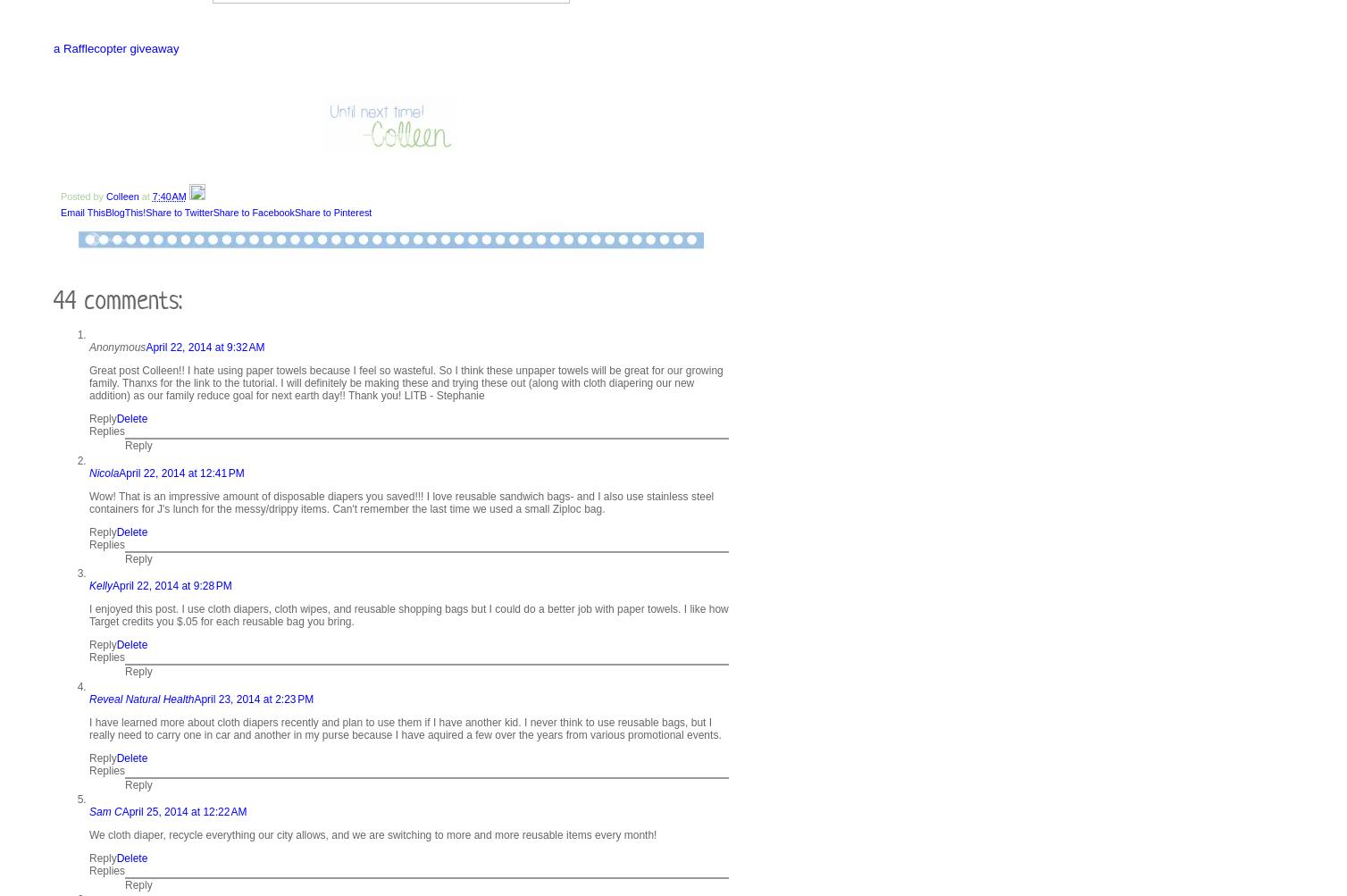 The width and height of the screenshot is (1347, 896). What do you see at coordinates (372, 833) in the screenshot?
I see `'We cloth diaper, recycle everything our city allows, and we are switching to more and more reusable items every month!'` at bounding box center [372, 833].